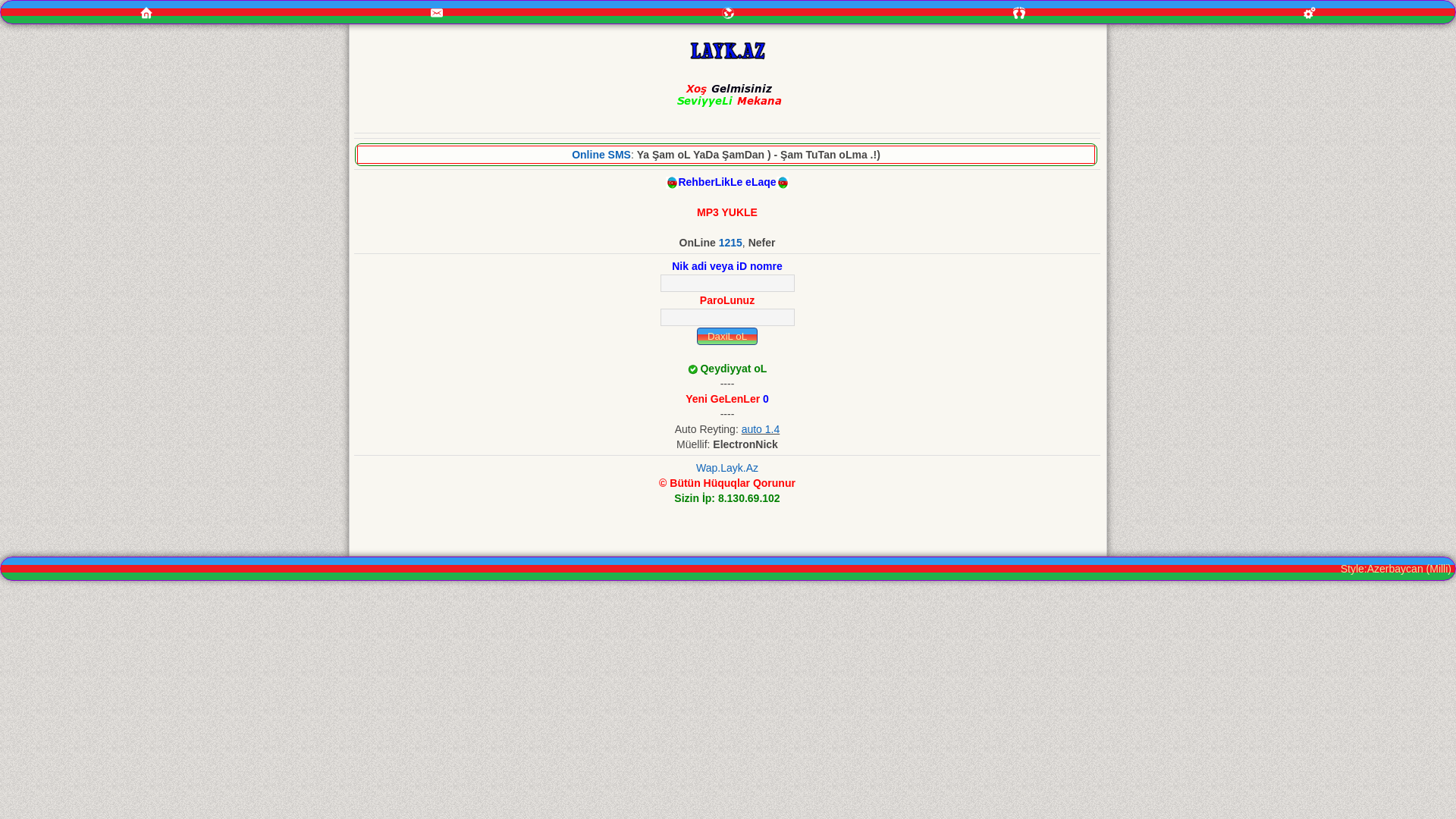  Describe the element at coordinates (146, 11) in the screenshot. I see `'Ana Sehife'` at that location.